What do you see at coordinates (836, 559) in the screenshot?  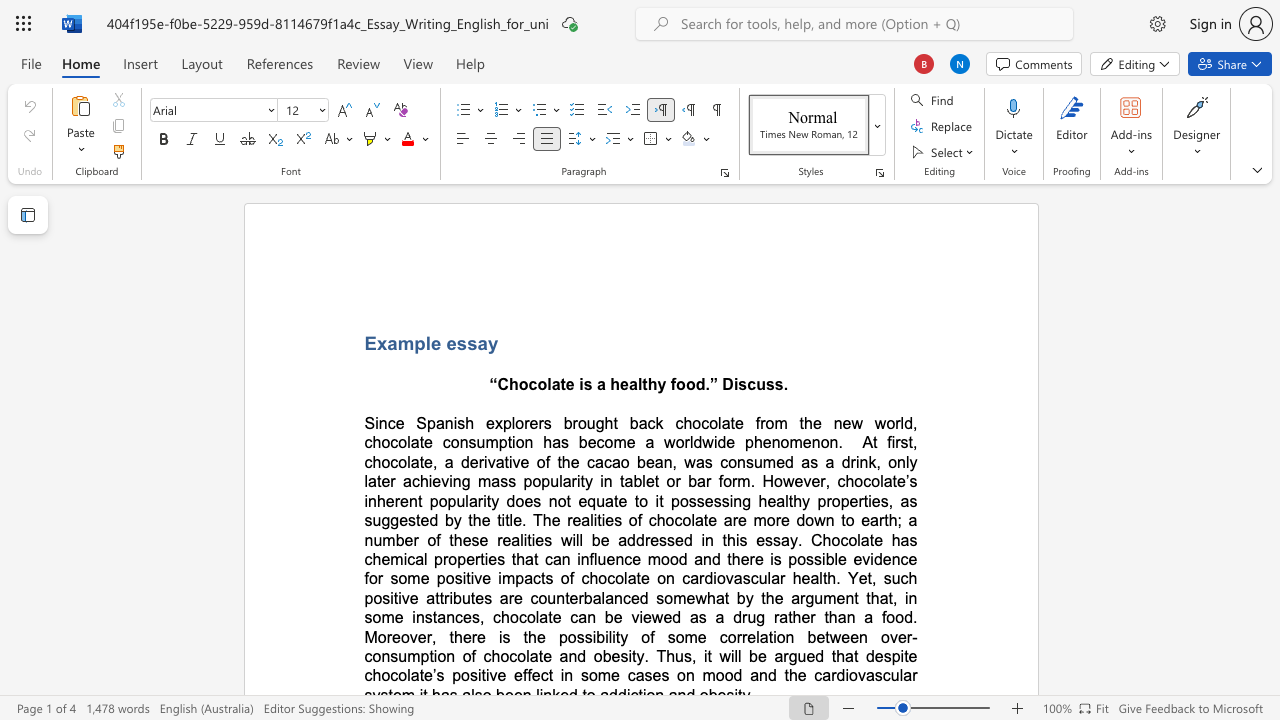 I see `the 1th character "l" in the text` at bounding box center [836, 559].